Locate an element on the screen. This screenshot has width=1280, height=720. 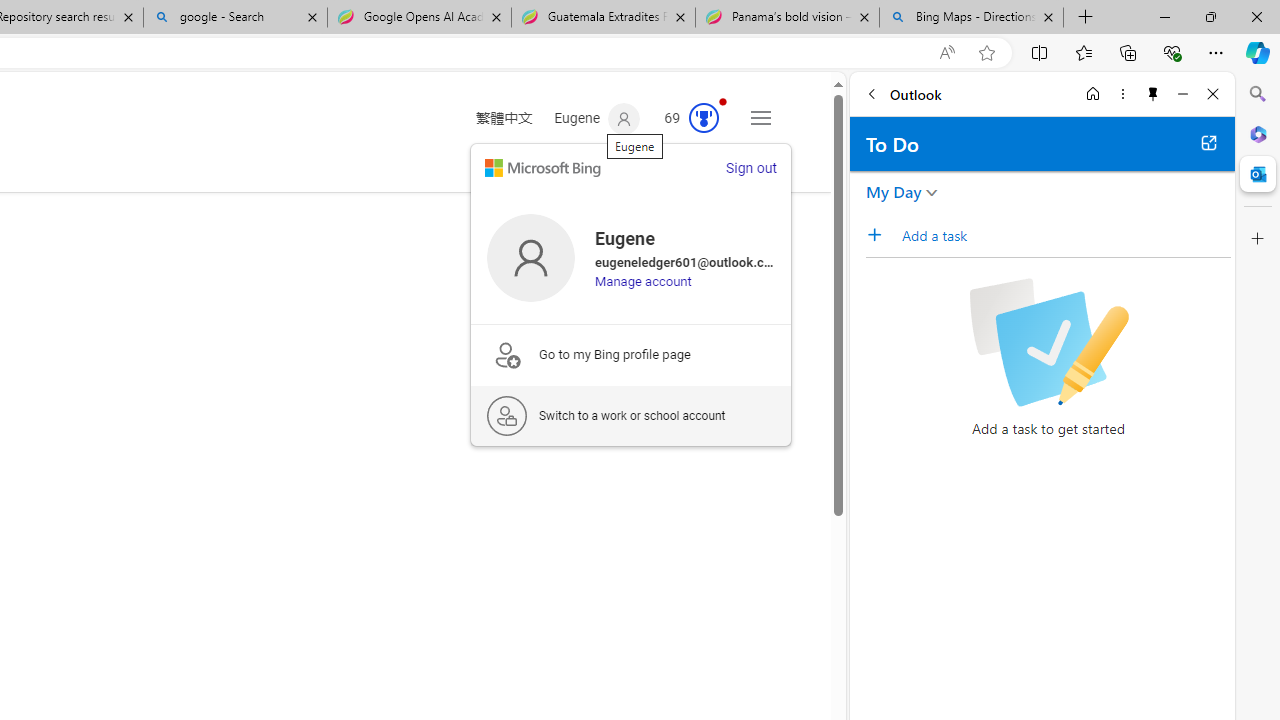
'Unpin side pane' is located at coordinates (1153, 93).